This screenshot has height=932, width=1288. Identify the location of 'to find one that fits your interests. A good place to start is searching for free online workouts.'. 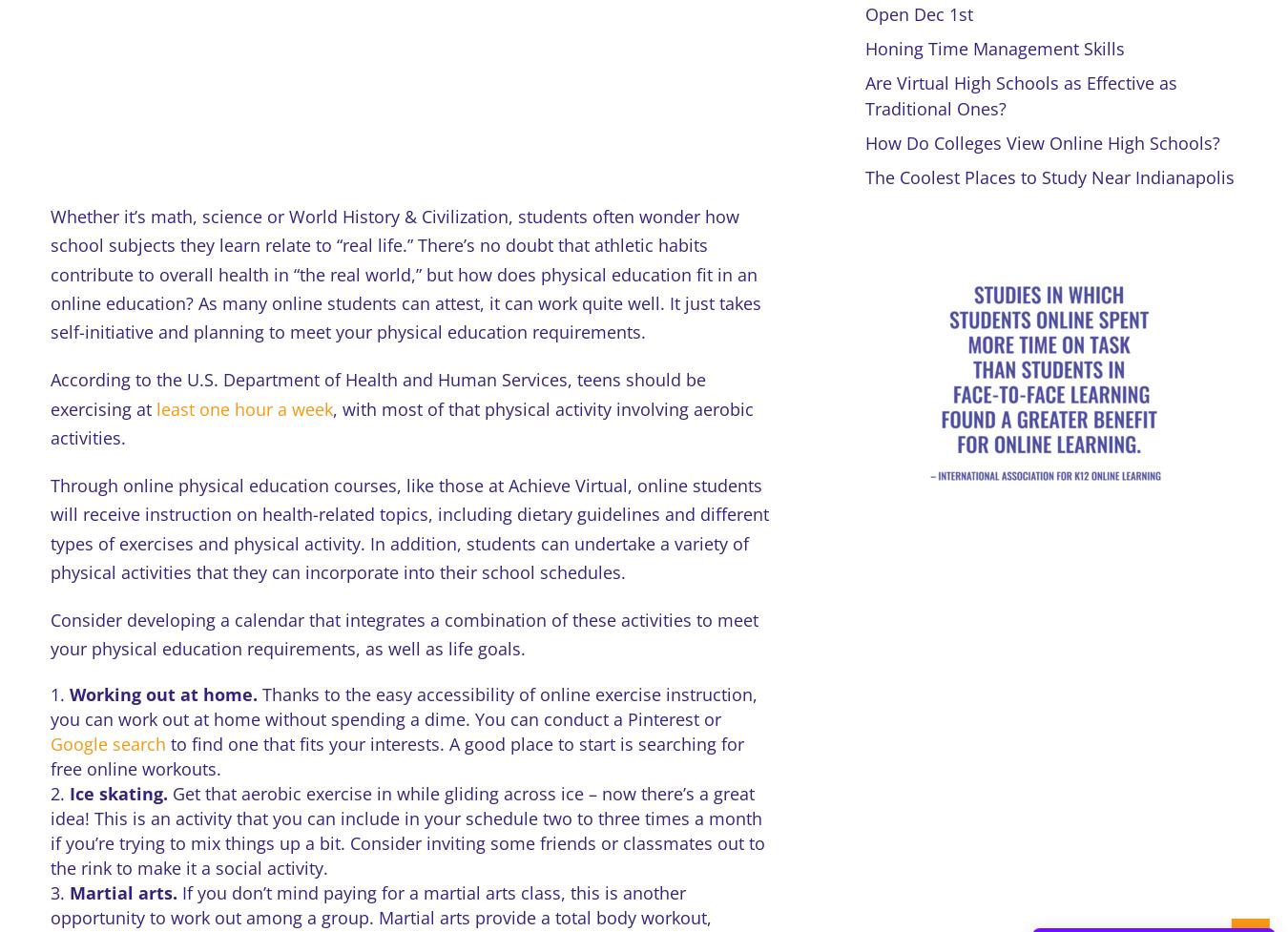
(48, 756).